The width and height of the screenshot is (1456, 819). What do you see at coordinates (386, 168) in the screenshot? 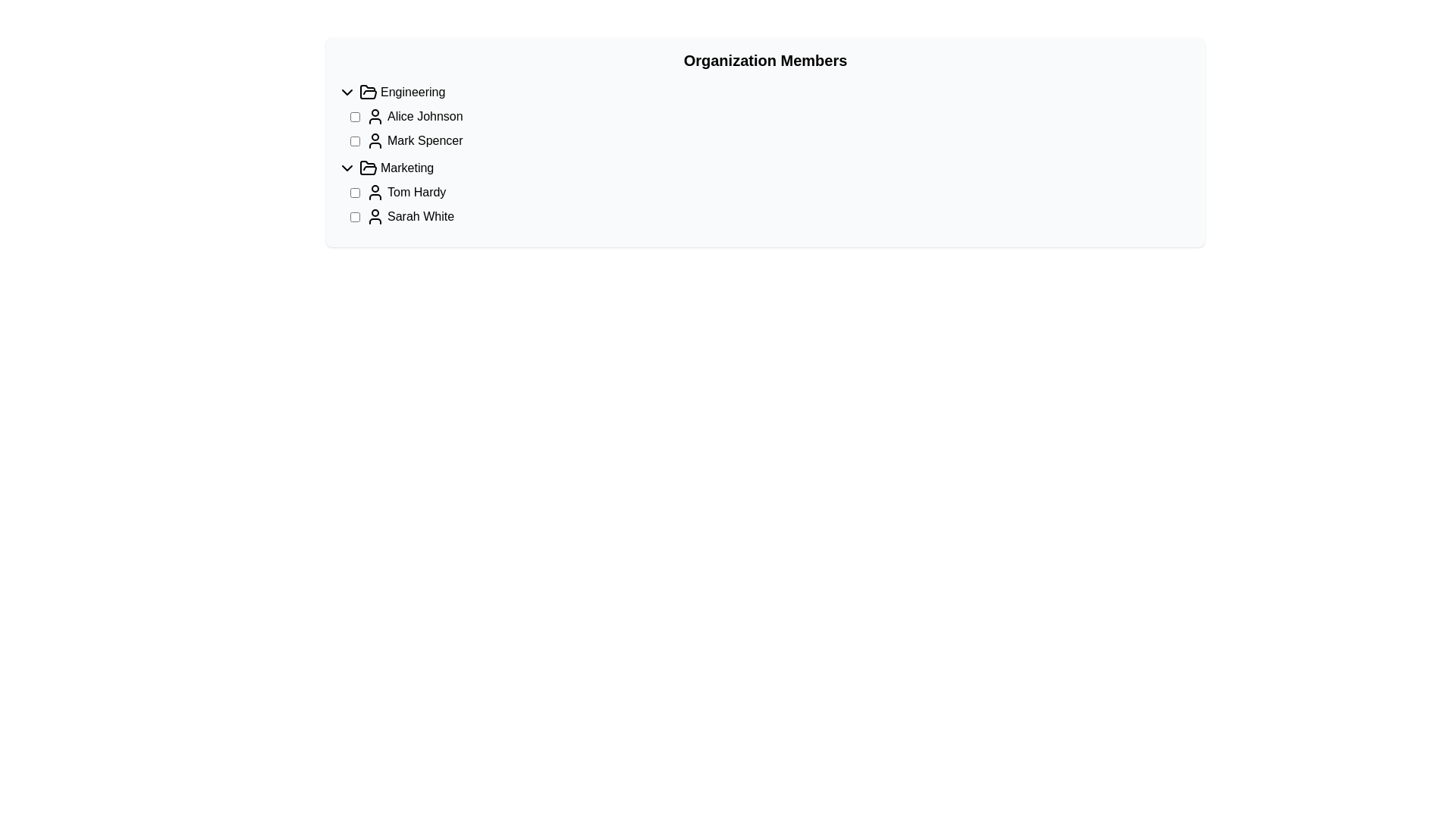
I see `the second collapsible list item labeled 'Marketing'` at bounding box center [386, 168].